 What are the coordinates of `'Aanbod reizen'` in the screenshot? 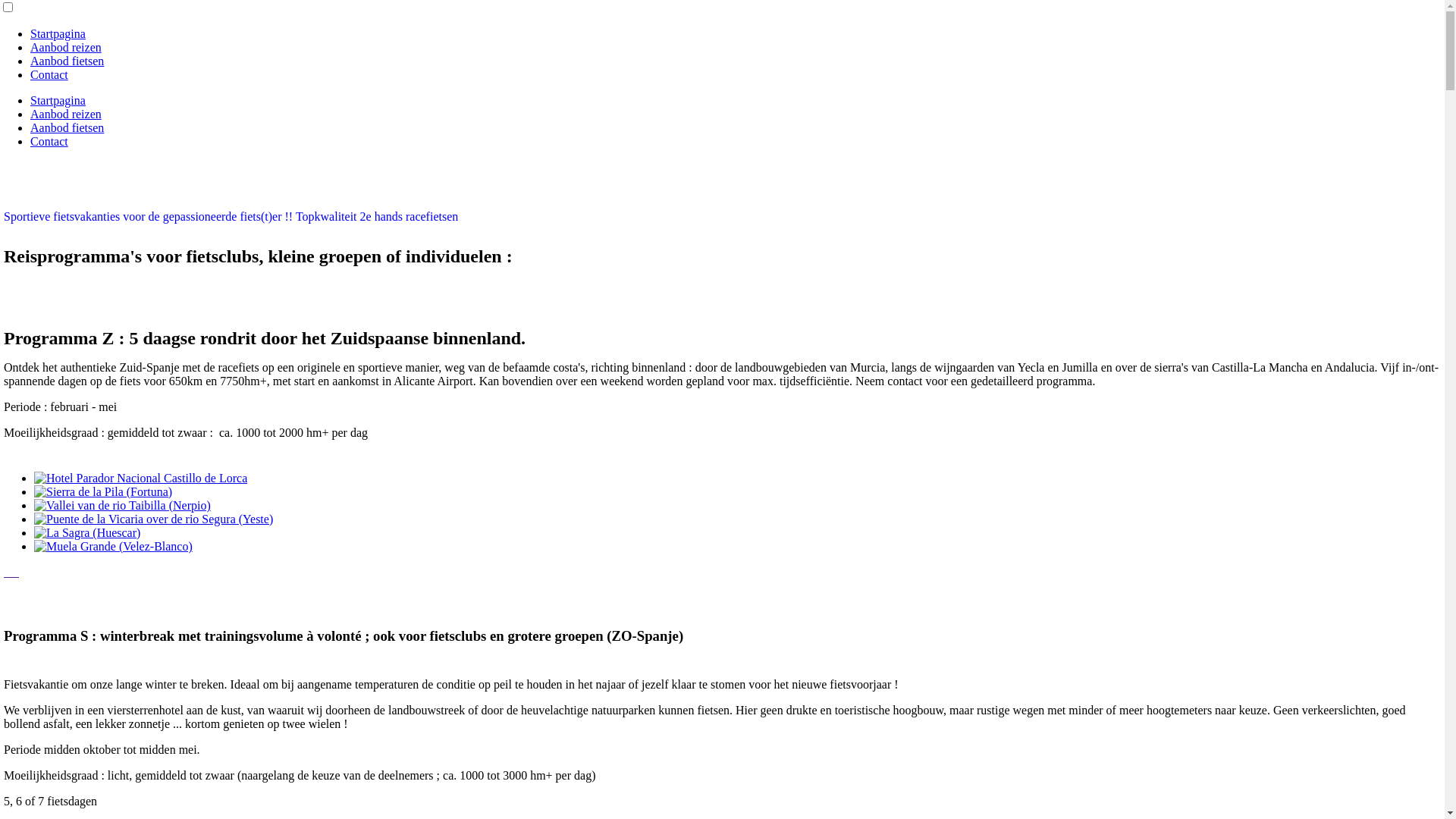 It's located at (64, 113).